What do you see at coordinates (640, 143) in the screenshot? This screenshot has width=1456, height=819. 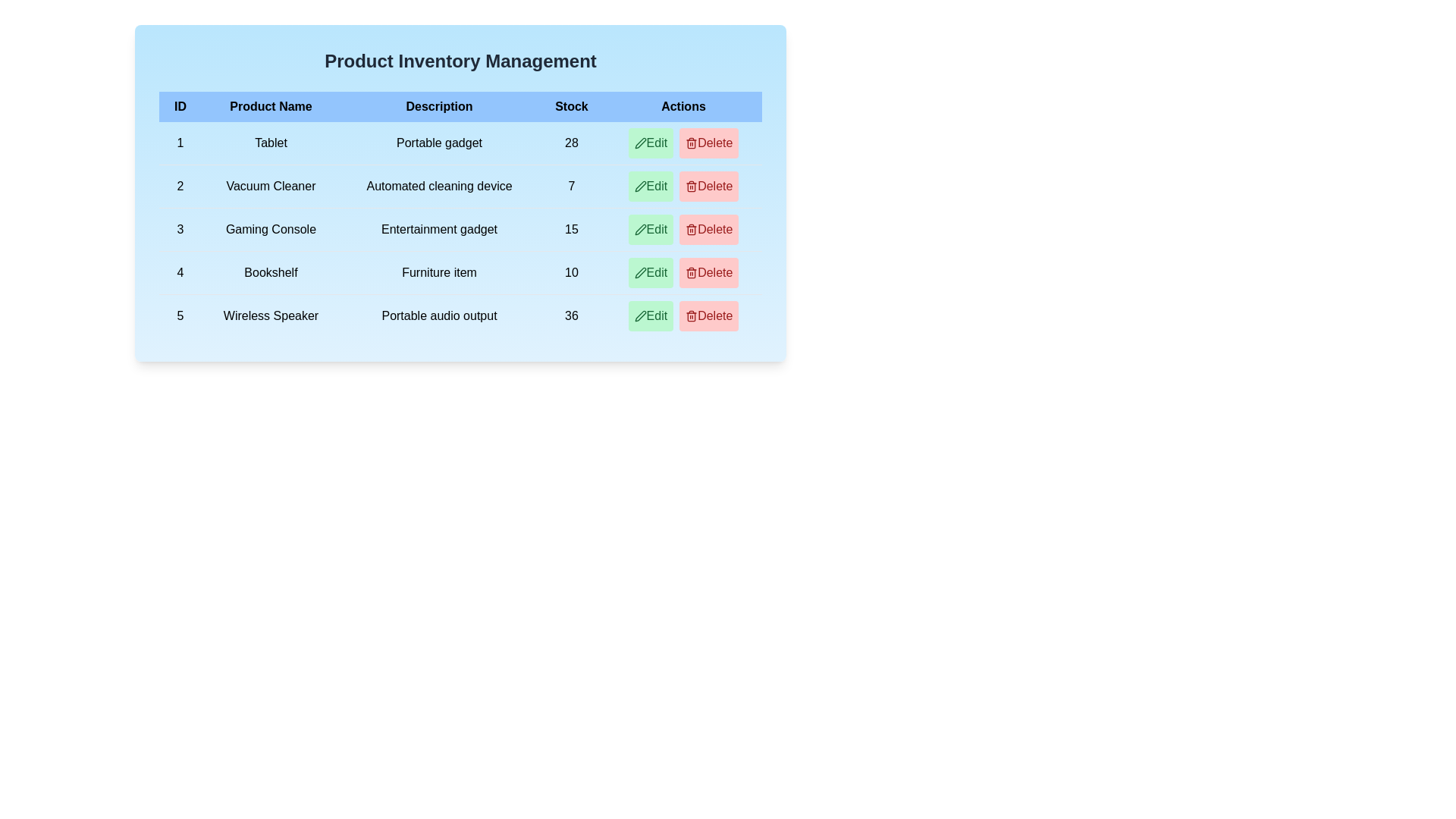 I see `the green pen-shaped icon located in the header row of the table, inside the 'Actions' column of the first row, directly left of the 'Edit' button` at bounding box center [640, 143].